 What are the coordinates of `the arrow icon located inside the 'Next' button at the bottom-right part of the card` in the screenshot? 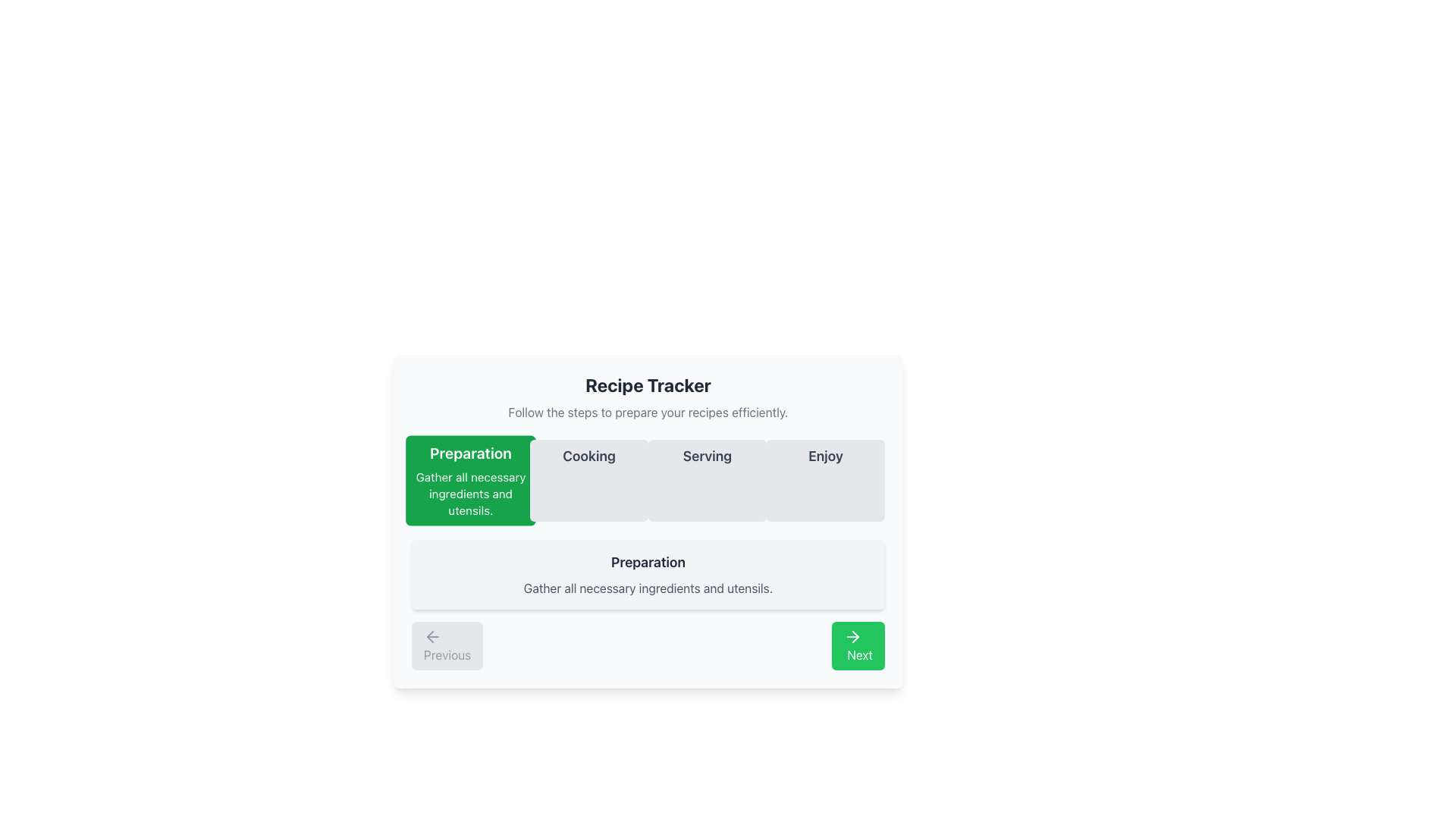 It's located at (853, 637).